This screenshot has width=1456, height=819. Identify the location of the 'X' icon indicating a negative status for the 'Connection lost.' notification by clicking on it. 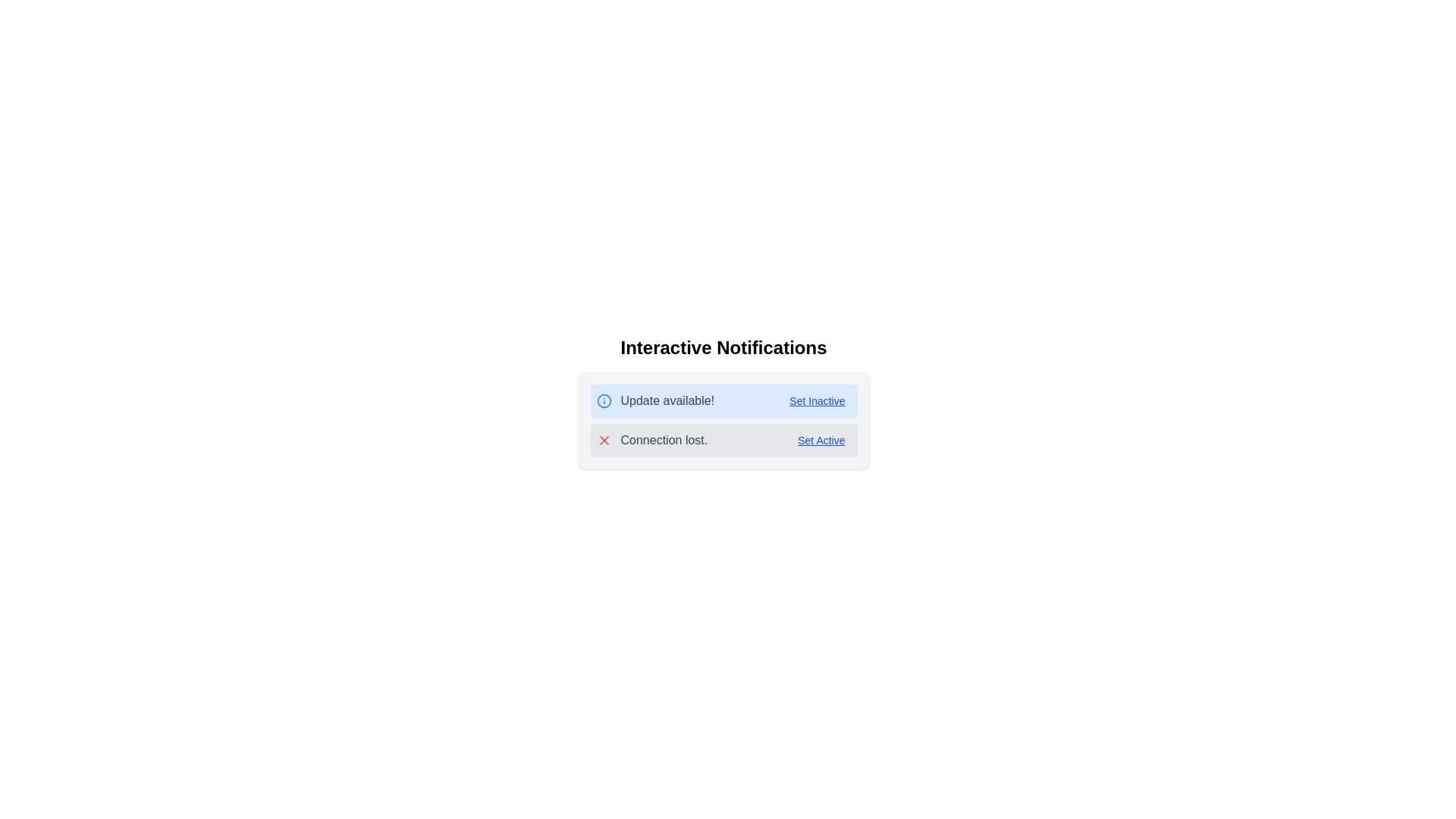
(603, 441).